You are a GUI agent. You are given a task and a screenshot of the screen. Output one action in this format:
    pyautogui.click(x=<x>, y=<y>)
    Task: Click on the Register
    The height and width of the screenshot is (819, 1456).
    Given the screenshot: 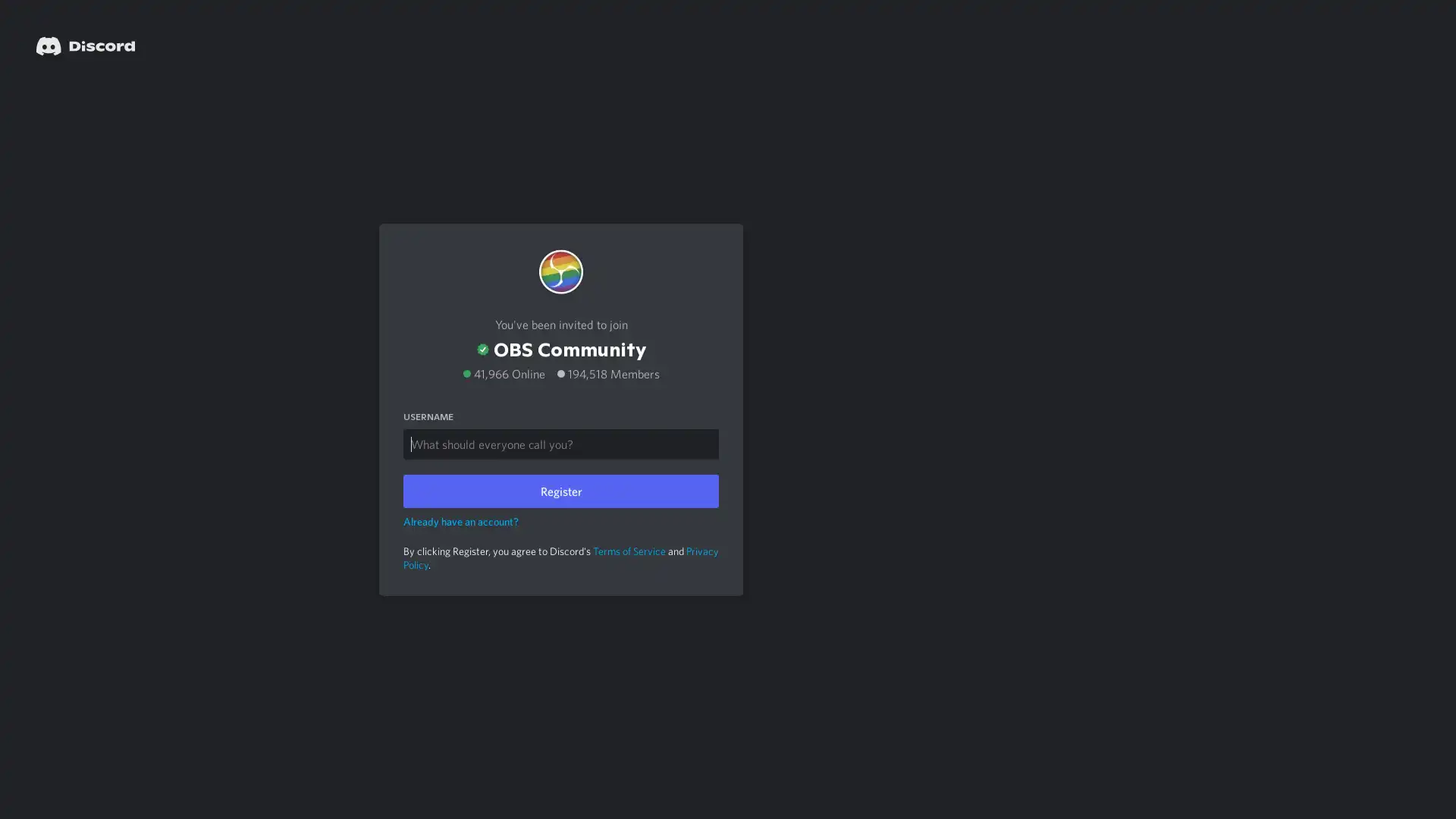 What is the action you would take?
    pyautogui.click(x=560, y=491)
    